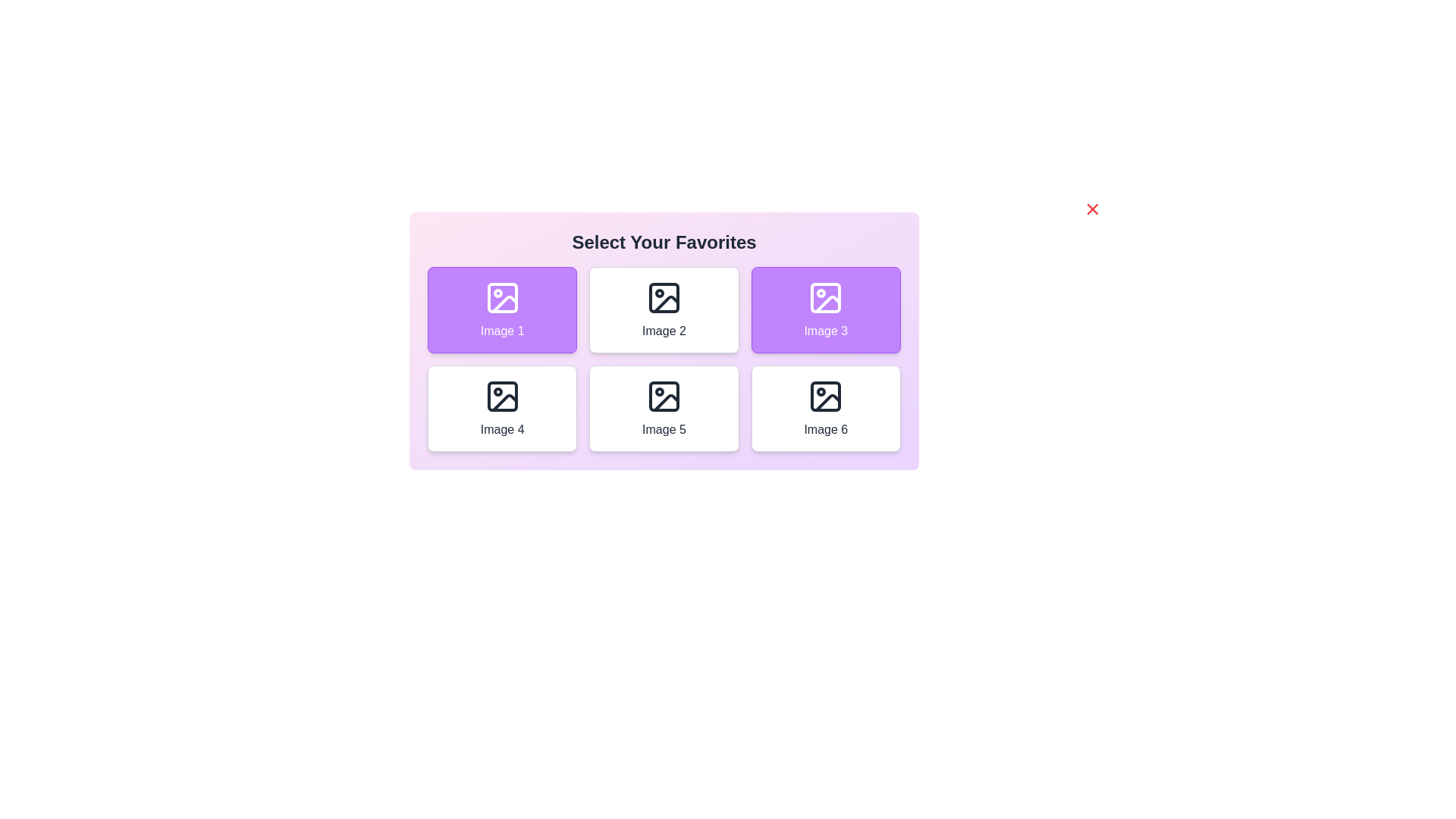 This screenshot has width=1456, height=819. Describe the element at coordinates (825, 309) in the screenshot. I see `the image labeled Image 3 to toggle its selection state` at that location.